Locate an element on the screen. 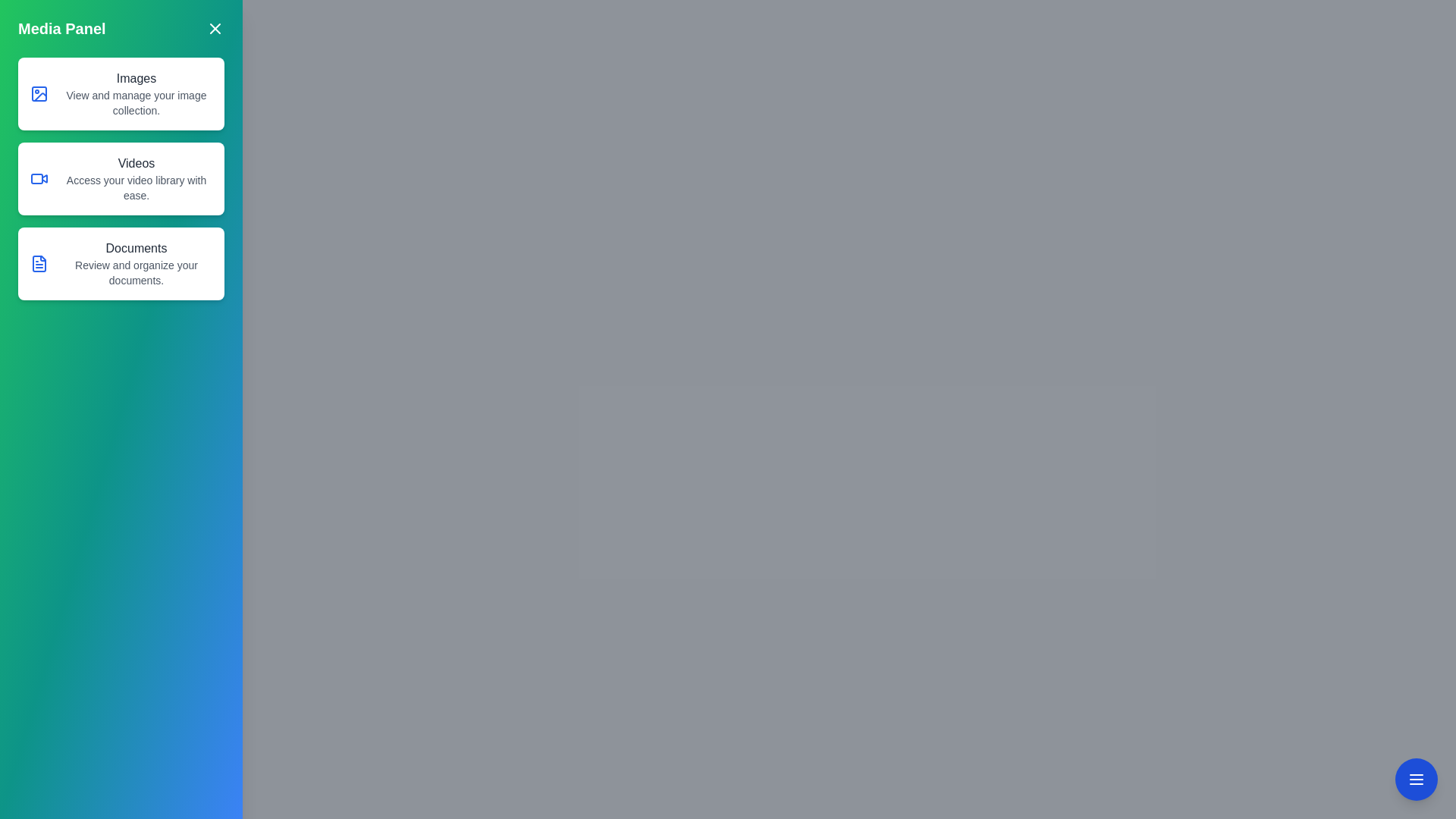 This screenshot has width=1456, height=819. the 'Documents' text block, which features a bold title and a smaller grey subtitle is located at coordinates (136, 262).